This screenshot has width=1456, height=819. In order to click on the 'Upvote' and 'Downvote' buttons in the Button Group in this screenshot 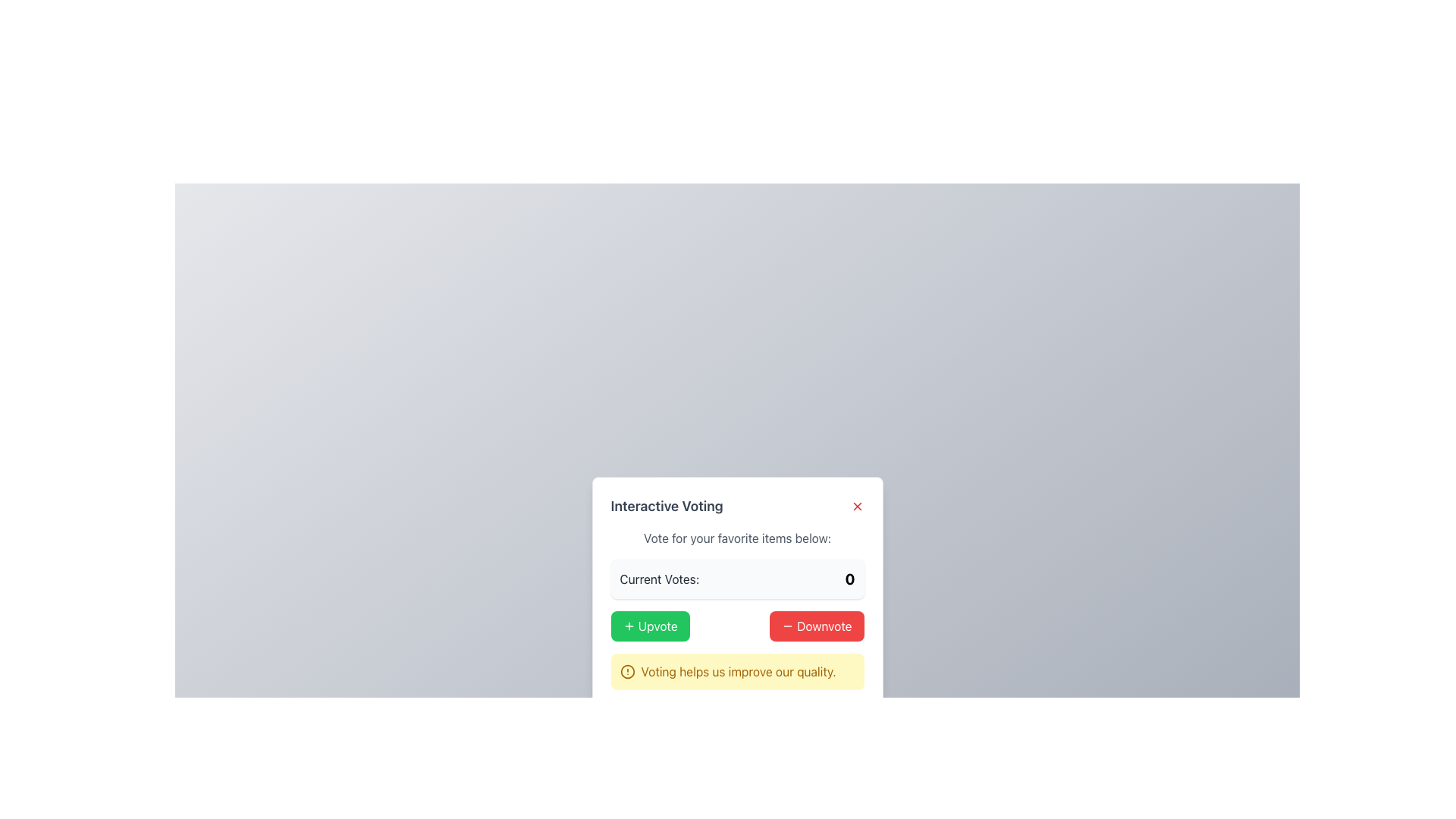, I will do `click(737, 626)`.